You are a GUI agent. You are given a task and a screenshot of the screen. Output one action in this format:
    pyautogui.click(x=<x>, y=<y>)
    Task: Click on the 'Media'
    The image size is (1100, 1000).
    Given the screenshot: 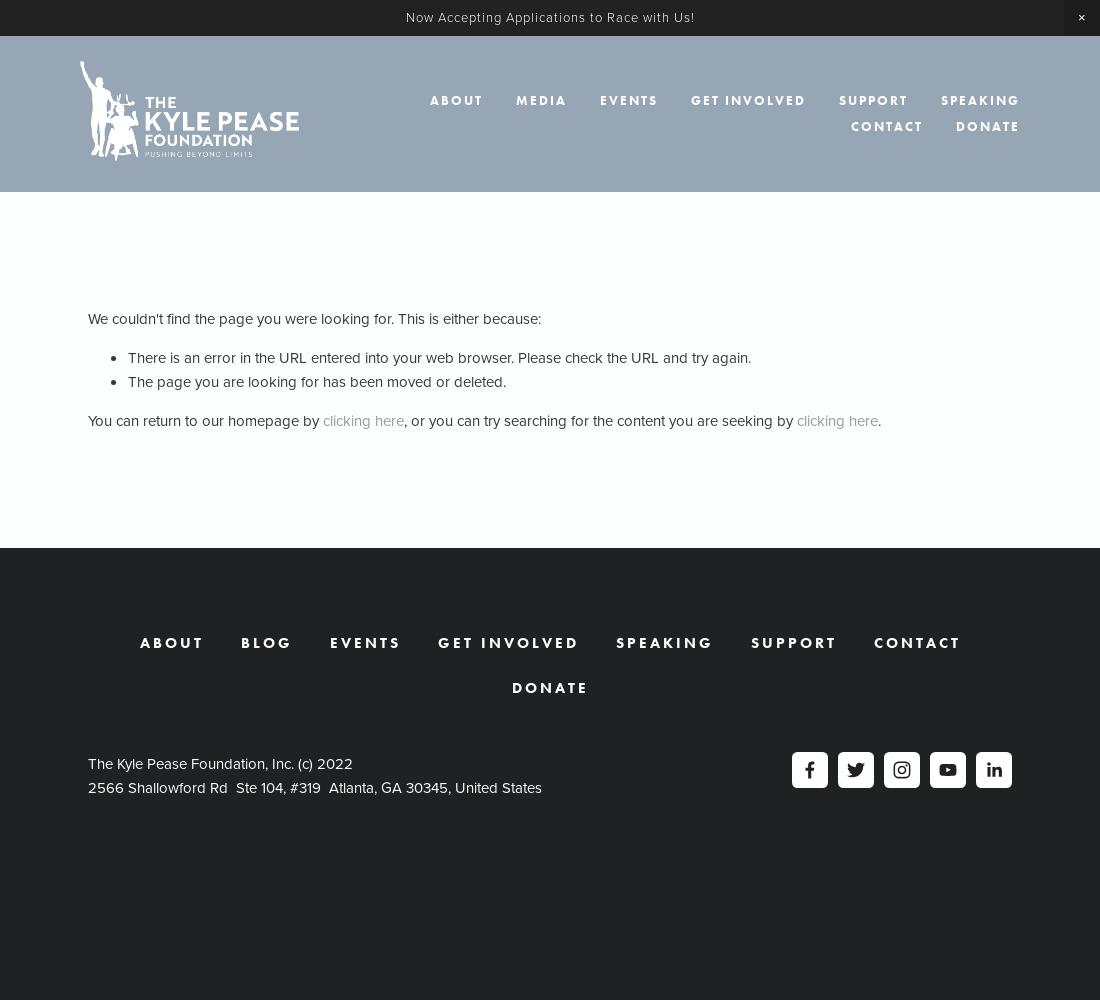 What is the action you would take?
    pyautogui.click(x=541, y=99)
    